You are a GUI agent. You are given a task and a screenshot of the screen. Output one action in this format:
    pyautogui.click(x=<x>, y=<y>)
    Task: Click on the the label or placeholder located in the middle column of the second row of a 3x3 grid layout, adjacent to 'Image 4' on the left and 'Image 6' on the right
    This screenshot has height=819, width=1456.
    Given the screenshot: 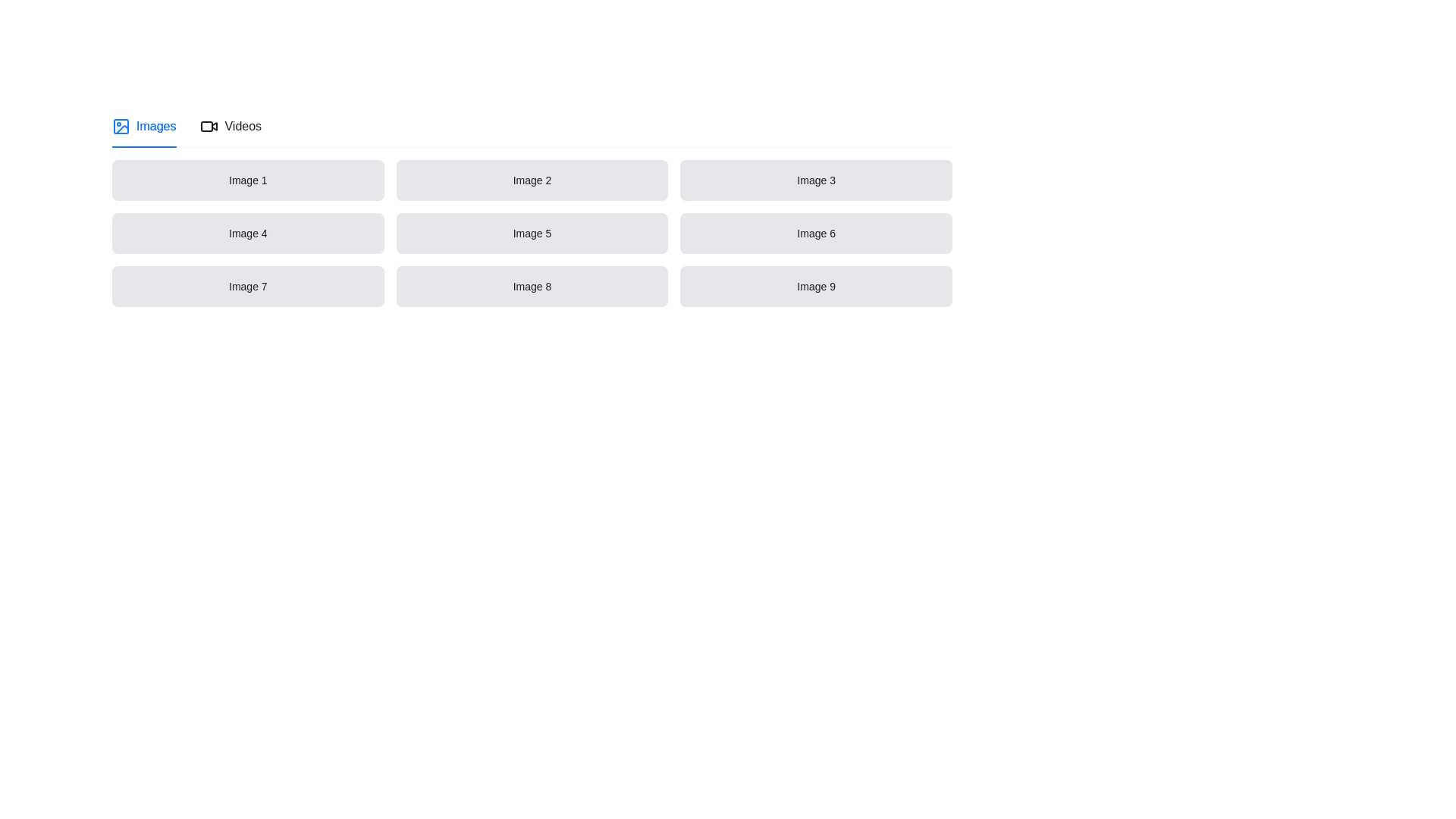 What is the action you would take?
    pyautogui.click(x=532, y=234)
    